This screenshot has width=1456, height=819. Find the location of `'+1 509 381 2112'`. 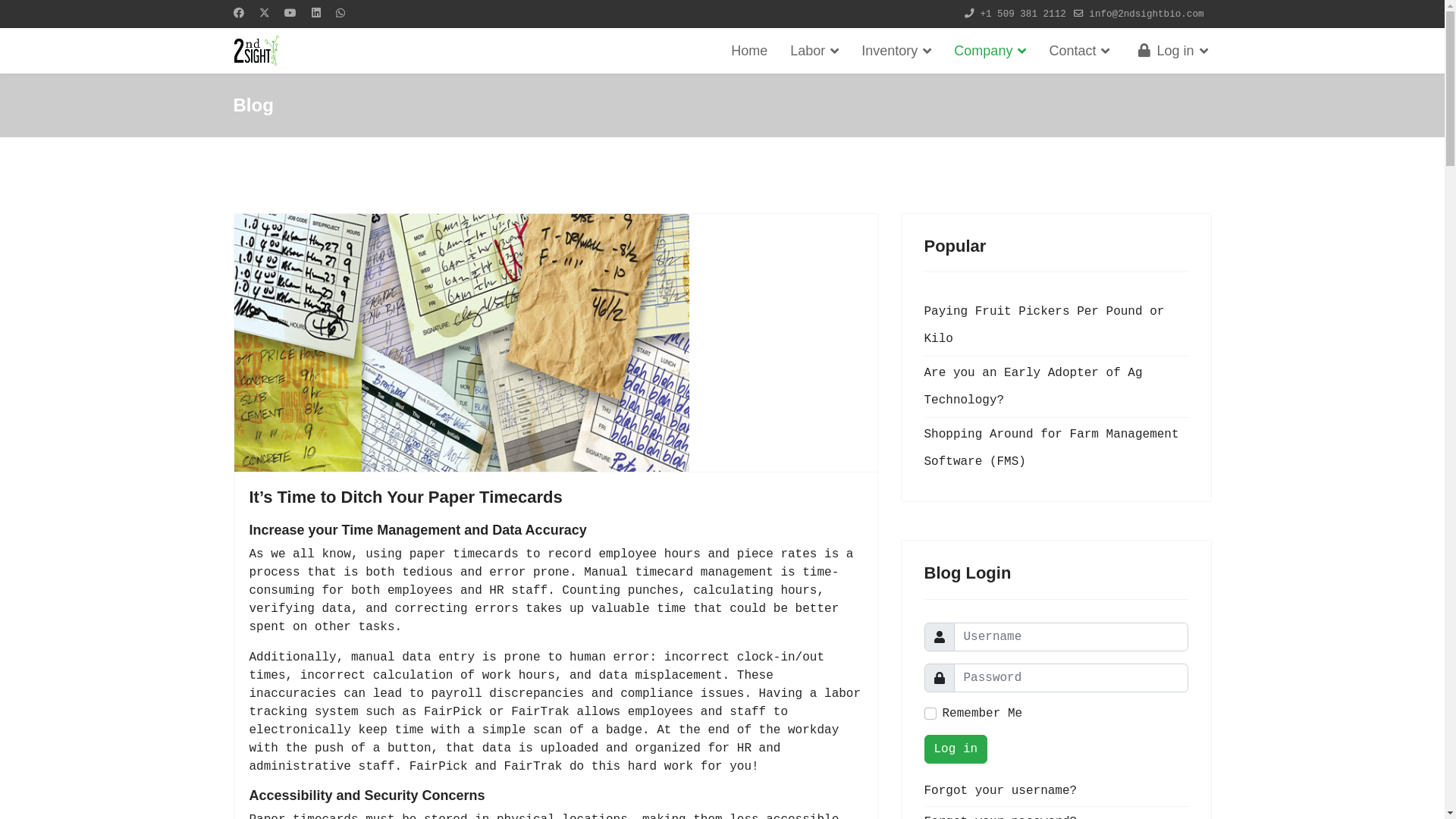

'+1 509 381 2112' is located at coordinates (1022, 14).